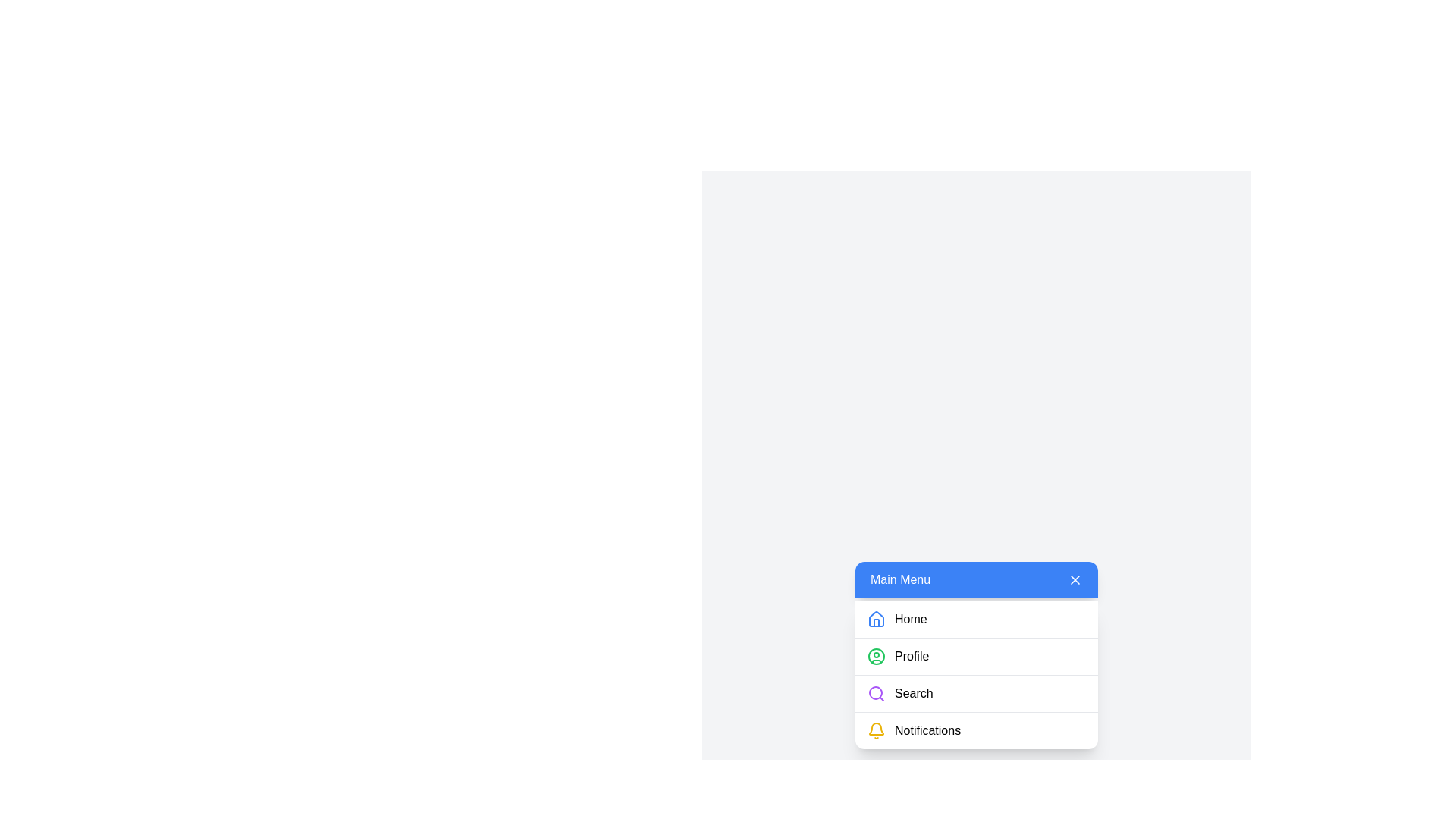 Image resolution: width=1456 pixels, height=819 pixels. Describe the element at coordinates (877, 656) in the screenshot. I see `the circular user icon with a green outline located to the left of the 'Profile' label in the 'Main Menu.'` at that location.